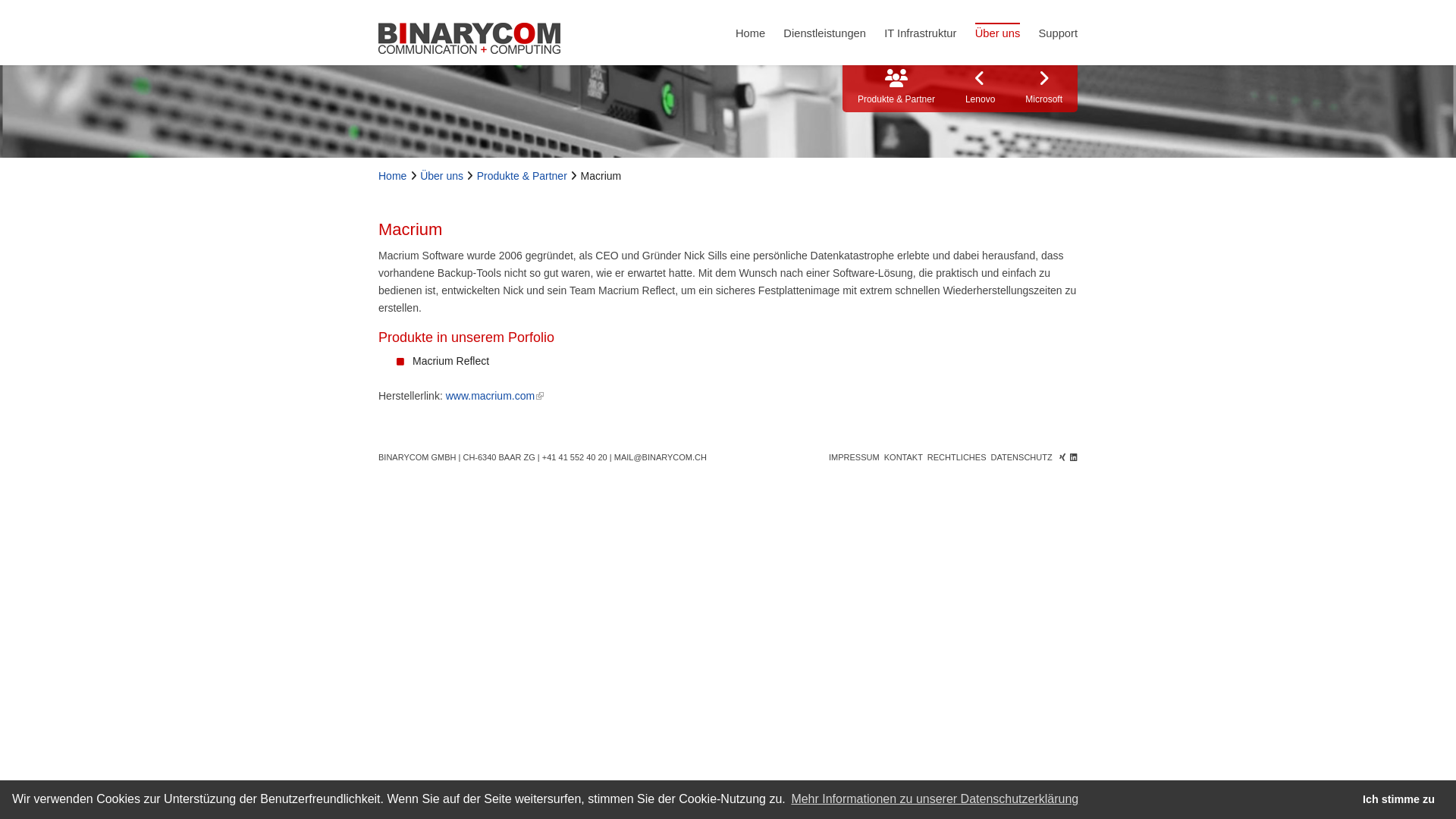 This screenshot has width=1456, height=819. I want to click on 'Produkte & Partner', so click(475, 174).